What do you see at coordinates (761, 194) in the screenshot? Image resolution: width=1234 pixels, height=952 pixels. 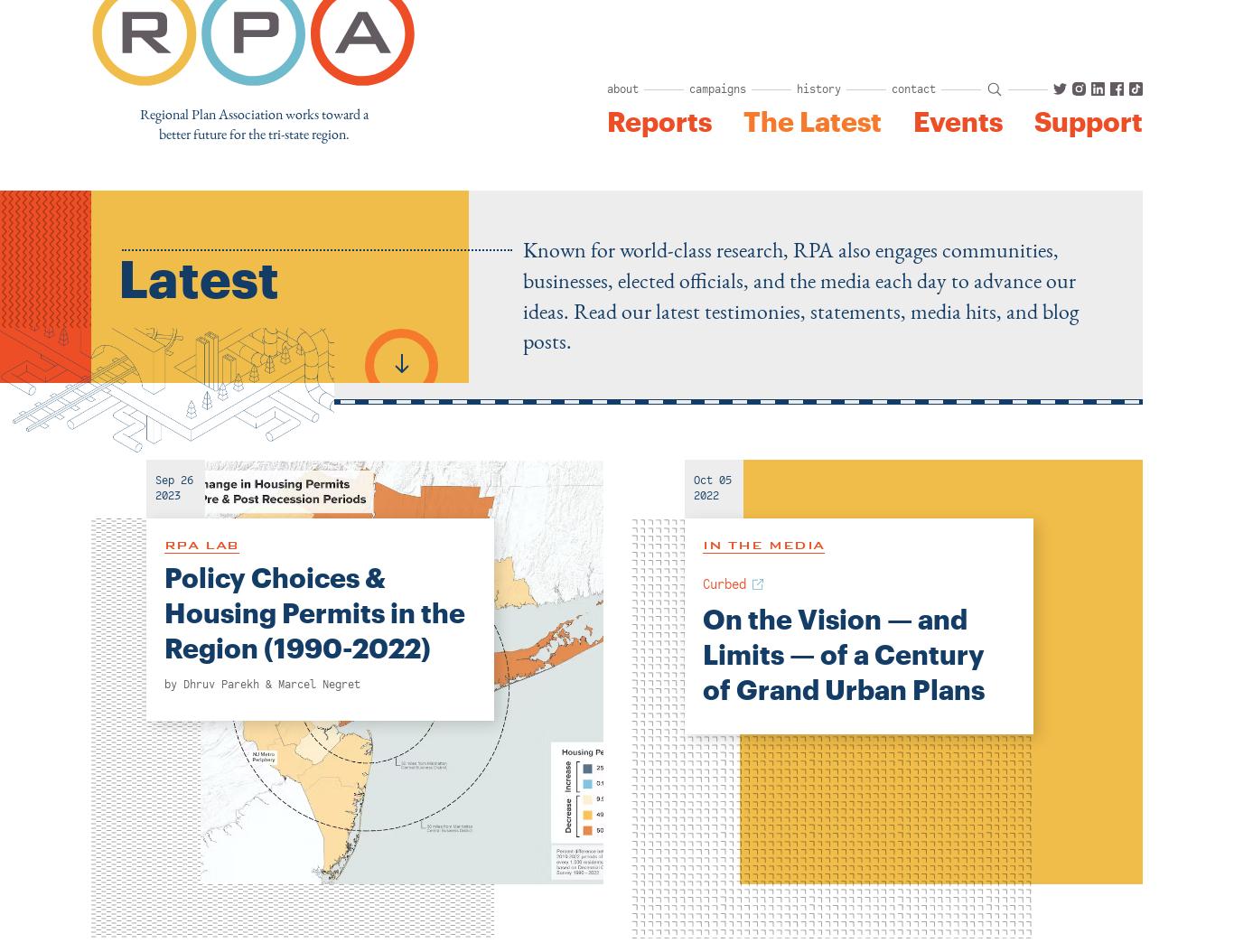 I see `'Centennial'` at bounding box center [761, 194].